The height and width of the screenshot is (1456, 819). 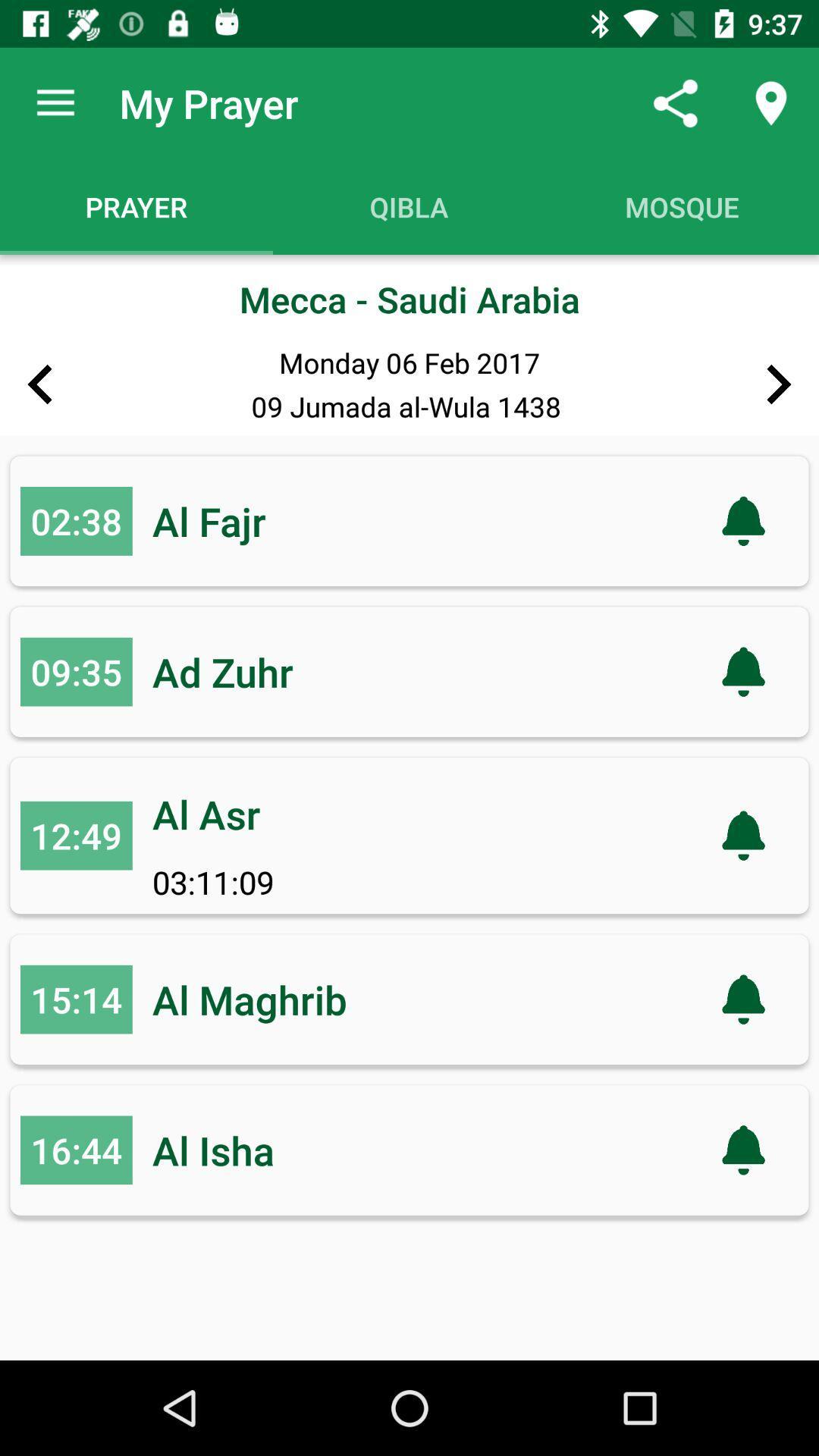 What do you see at coordinates (779, 384) in the screenshot?
I see `the arrow_forward icon` at bounding box center [779, 384].